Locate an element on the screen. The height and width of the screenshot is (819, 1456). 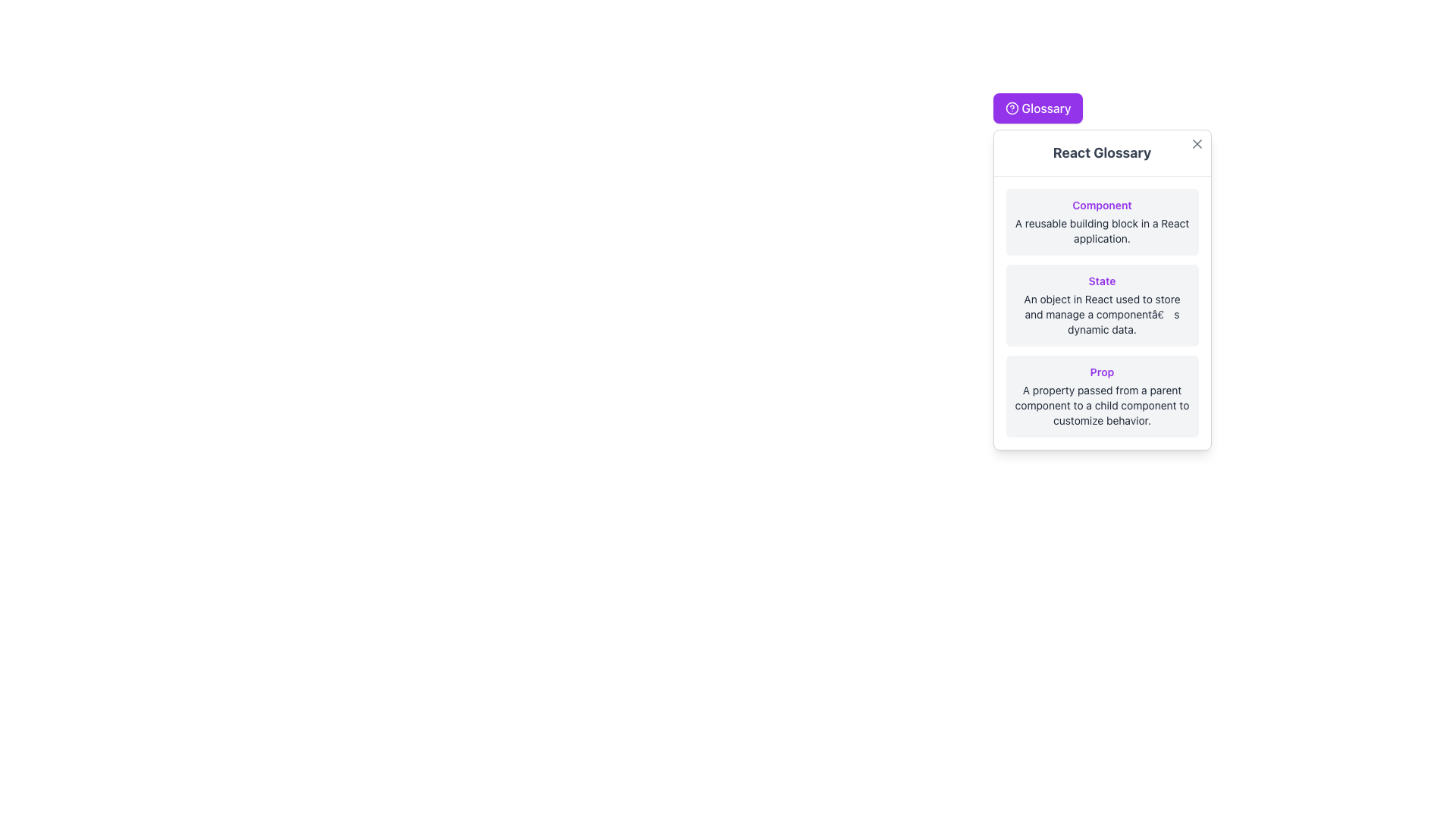
the circular icon styled as a hollow circle with a question mark inside, which is positioned to the left of the 'Glossary' text on a purple button is located at coordinates (1012, 107).